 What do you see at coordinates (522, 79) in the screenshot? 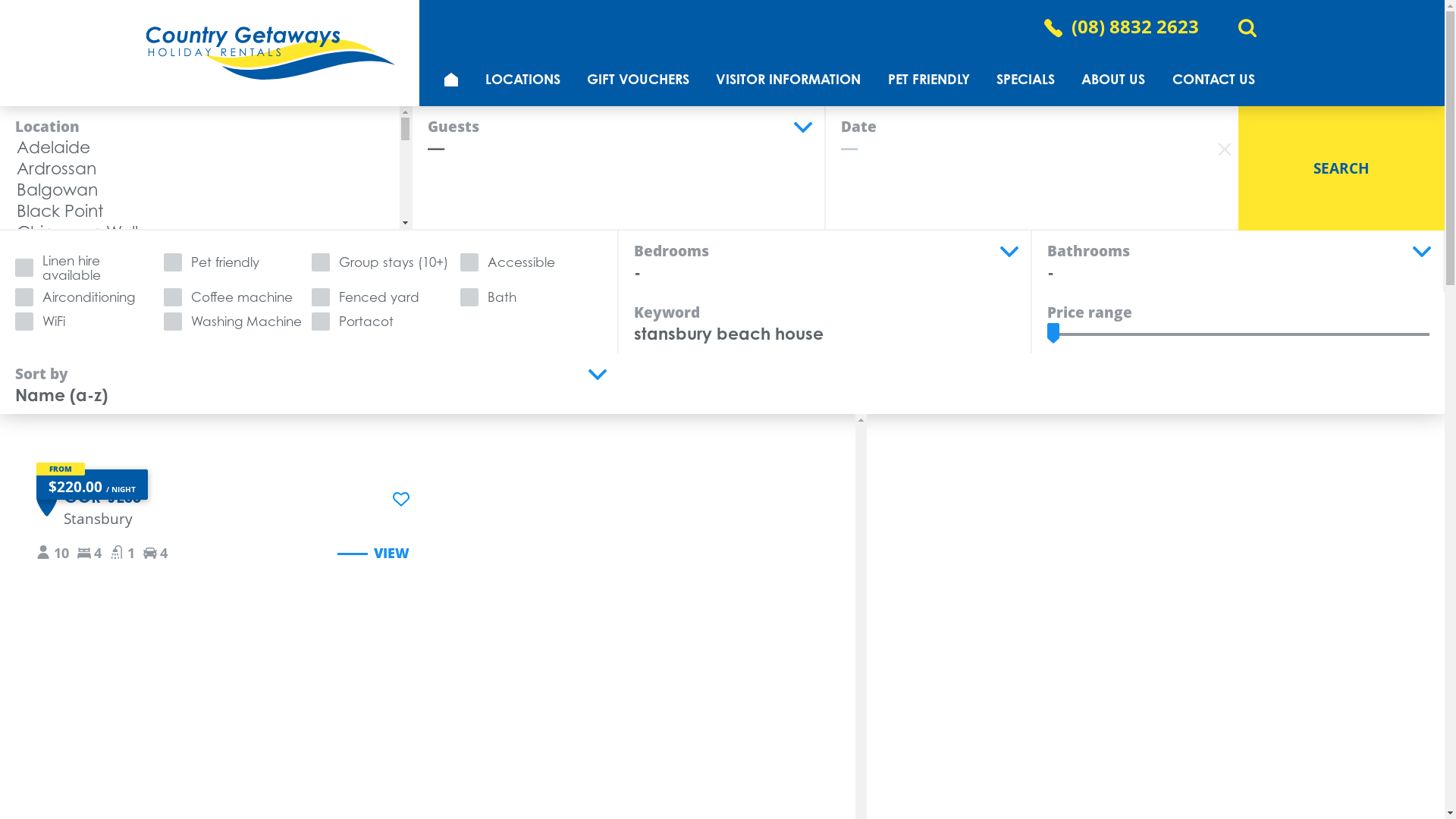
I see `'LOCATIONS'` at bounding box center [522, 79].